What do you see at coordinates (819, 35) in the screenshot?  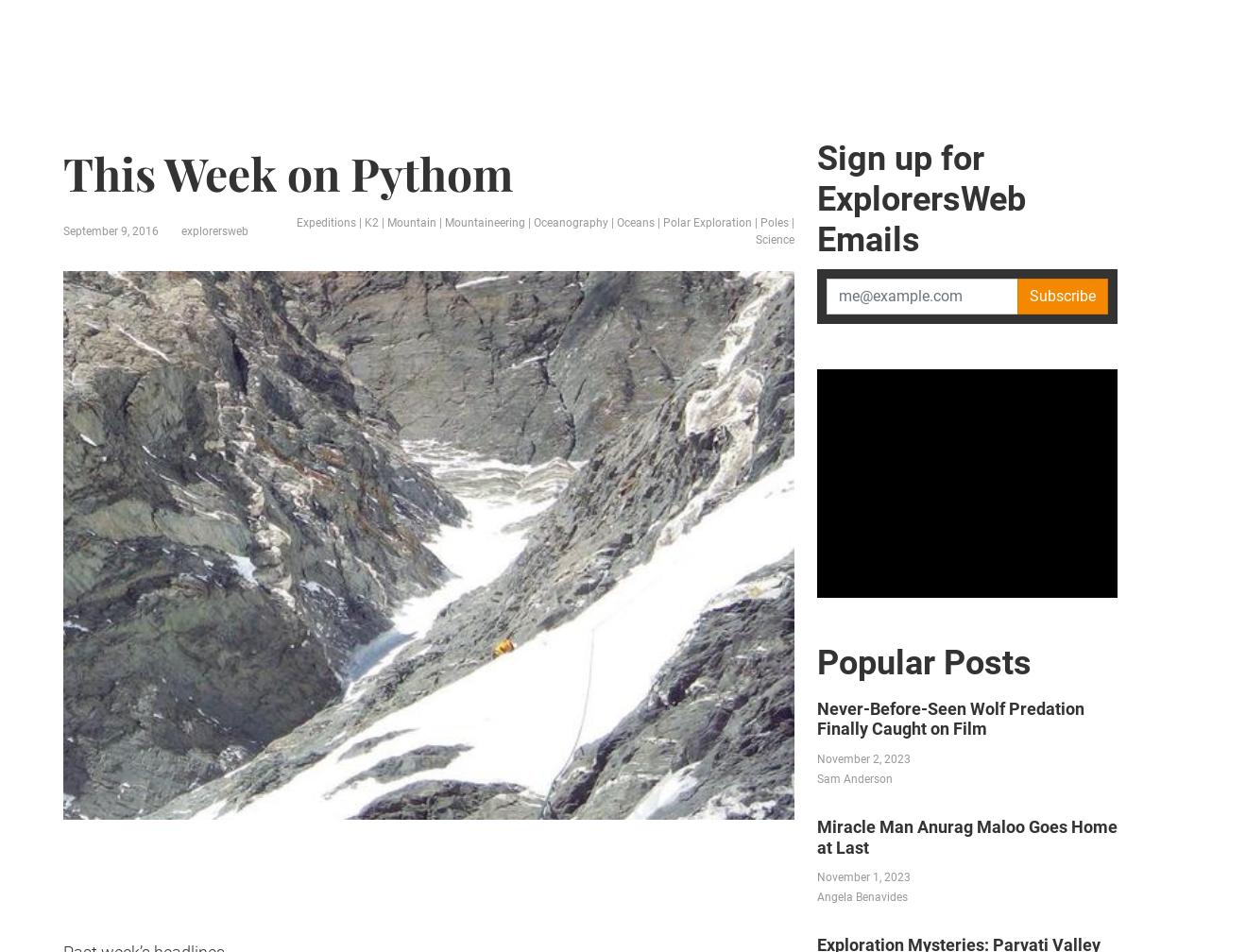 I see `'Science'` at bounding box center [819, 35].